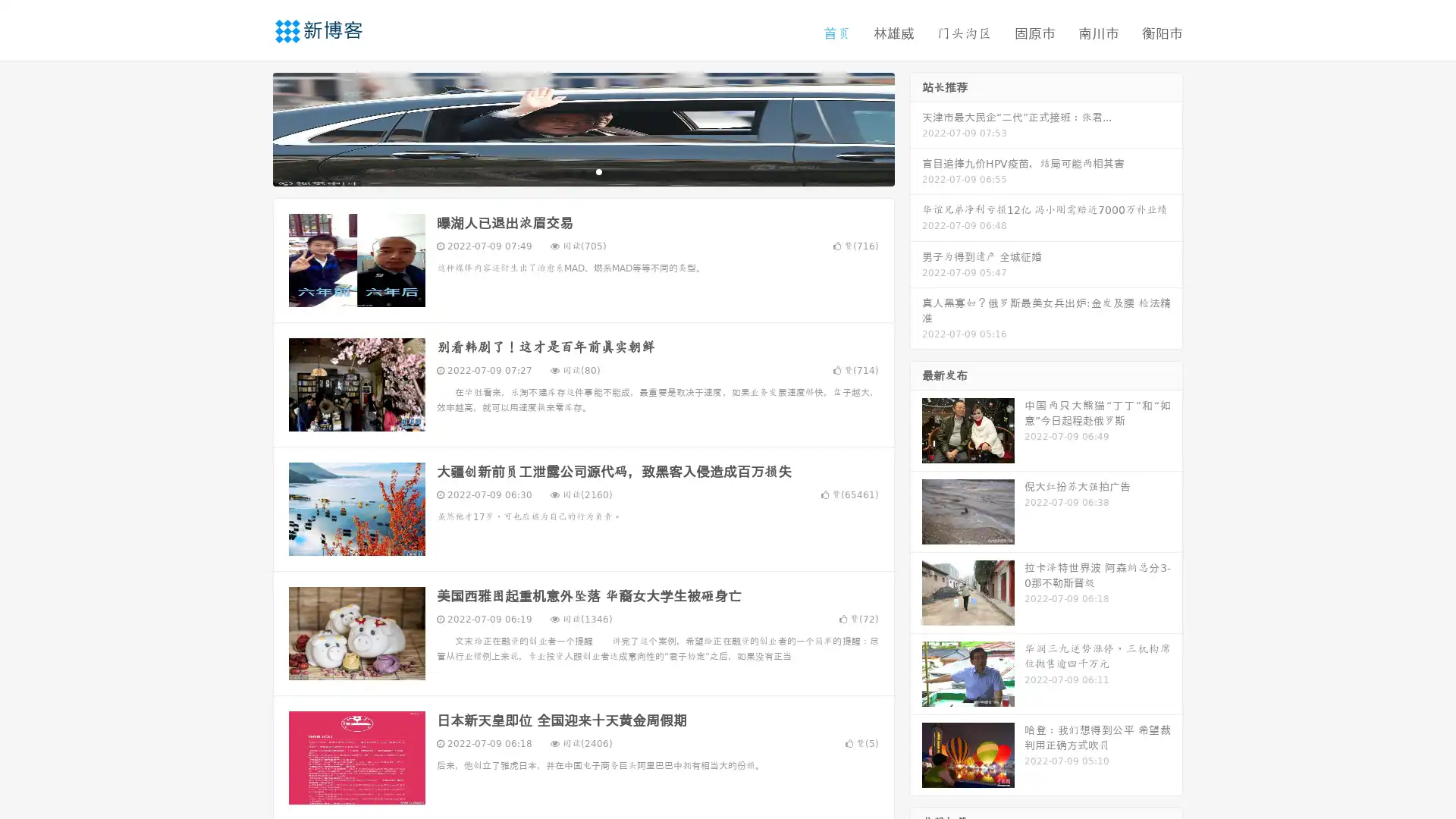 The height and width of the screenshot is (819, 1456). I want to click on Next slide, so click(916, 127).